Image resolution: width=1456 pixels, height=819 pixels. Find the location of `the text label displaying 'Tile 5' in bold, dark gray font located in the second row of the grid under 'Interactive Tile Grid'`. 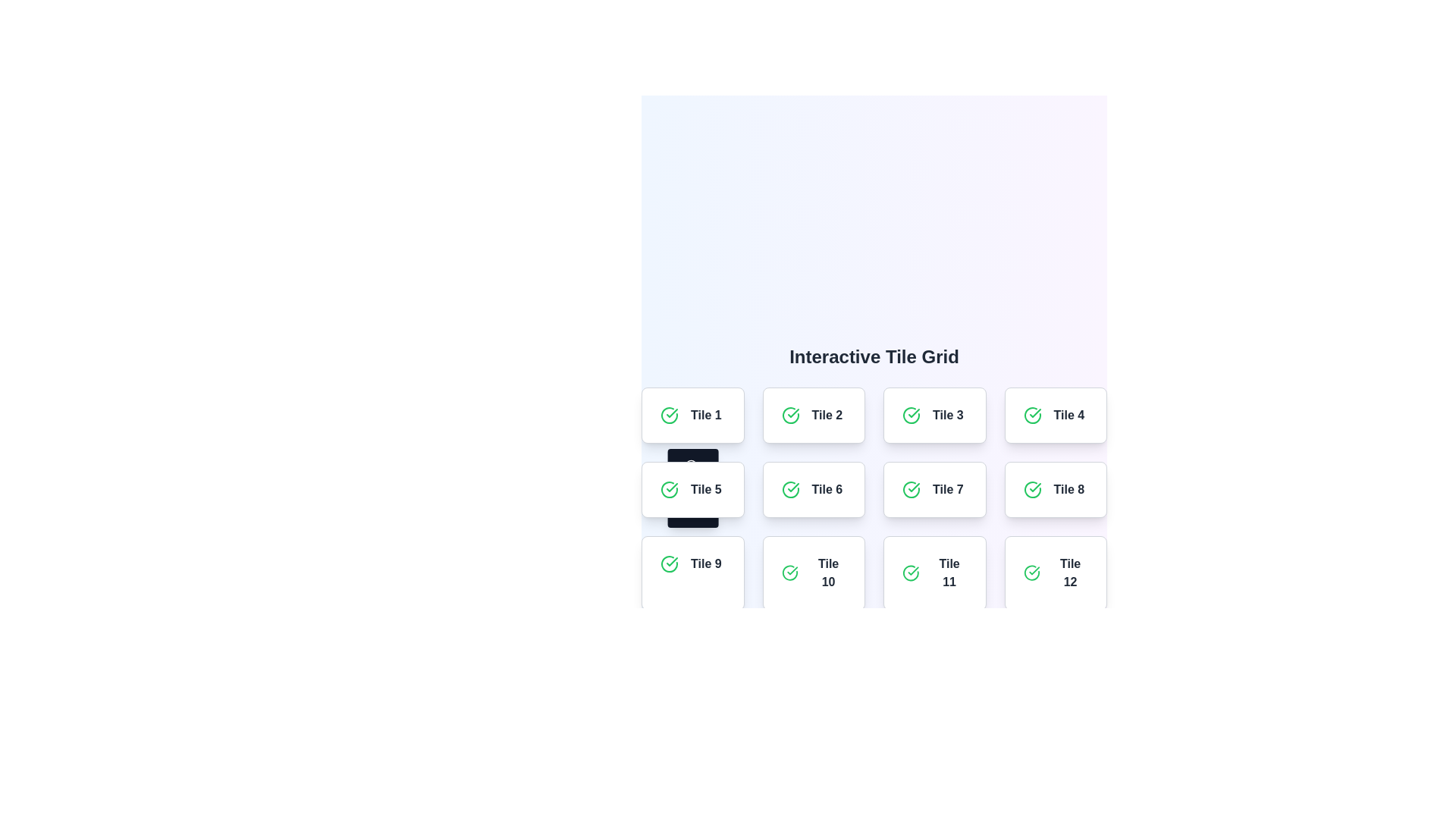

the text label displaying 'Tile 5' in bold, dark gray font located in the second row of the grid under 'Interactive Tile Grid' is located at coordinates (705, 489).